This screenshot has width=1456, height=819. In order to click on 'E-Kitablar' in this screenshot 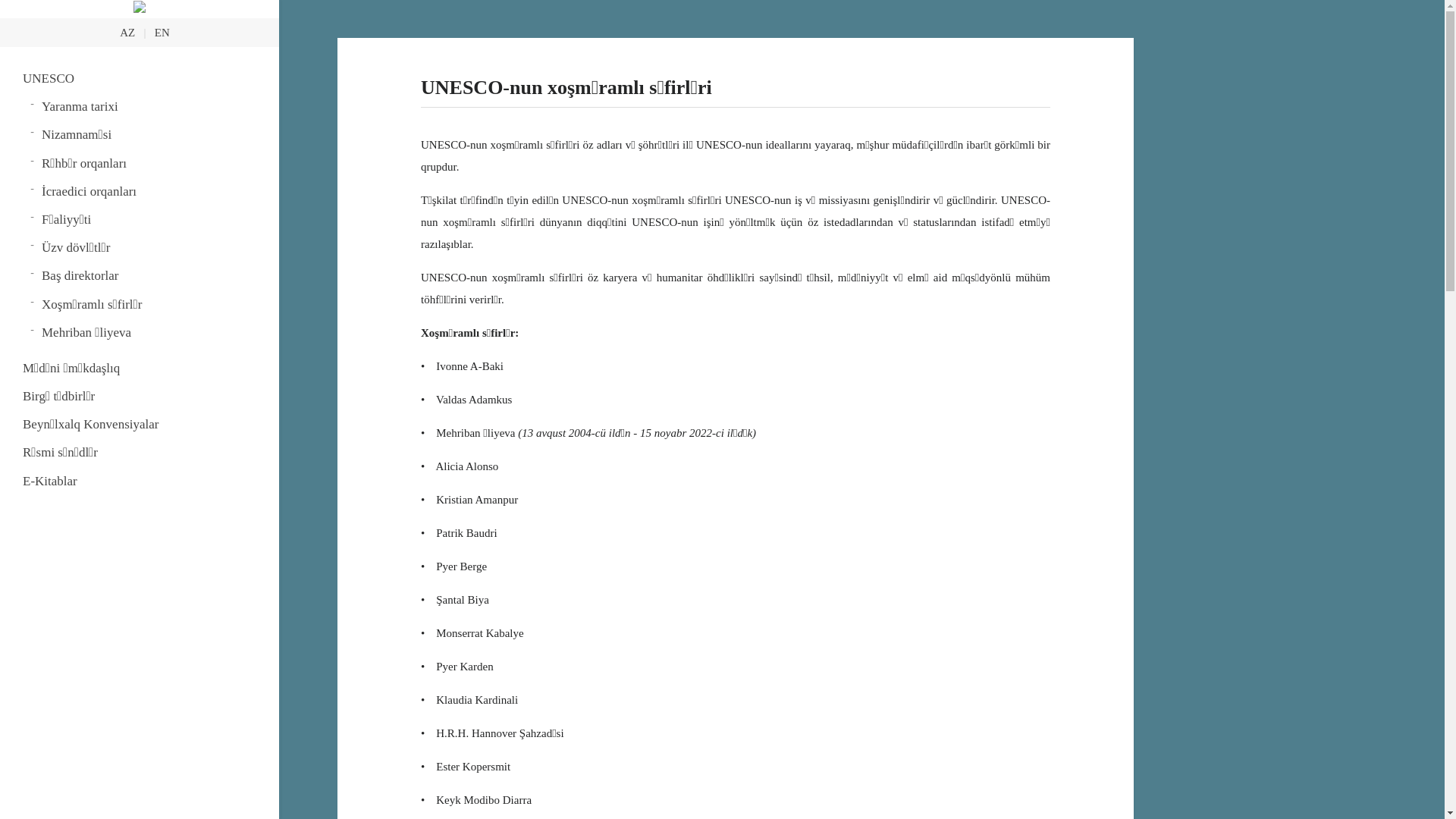, I will do `click(139, 481)`.